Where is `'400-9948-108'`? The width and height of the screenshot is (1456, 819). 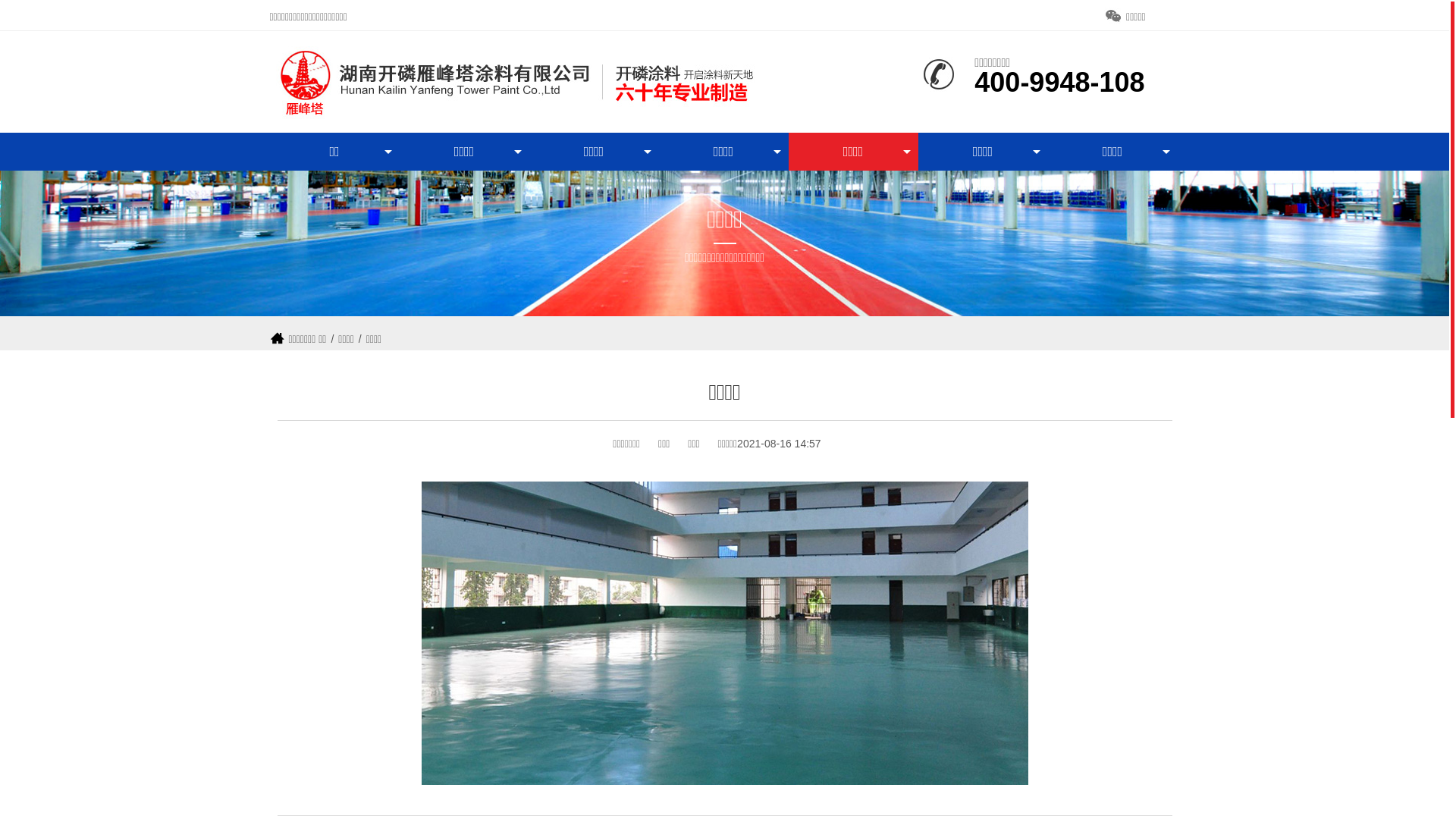 '400-9948-108' is located at coordinates (1058, 85).